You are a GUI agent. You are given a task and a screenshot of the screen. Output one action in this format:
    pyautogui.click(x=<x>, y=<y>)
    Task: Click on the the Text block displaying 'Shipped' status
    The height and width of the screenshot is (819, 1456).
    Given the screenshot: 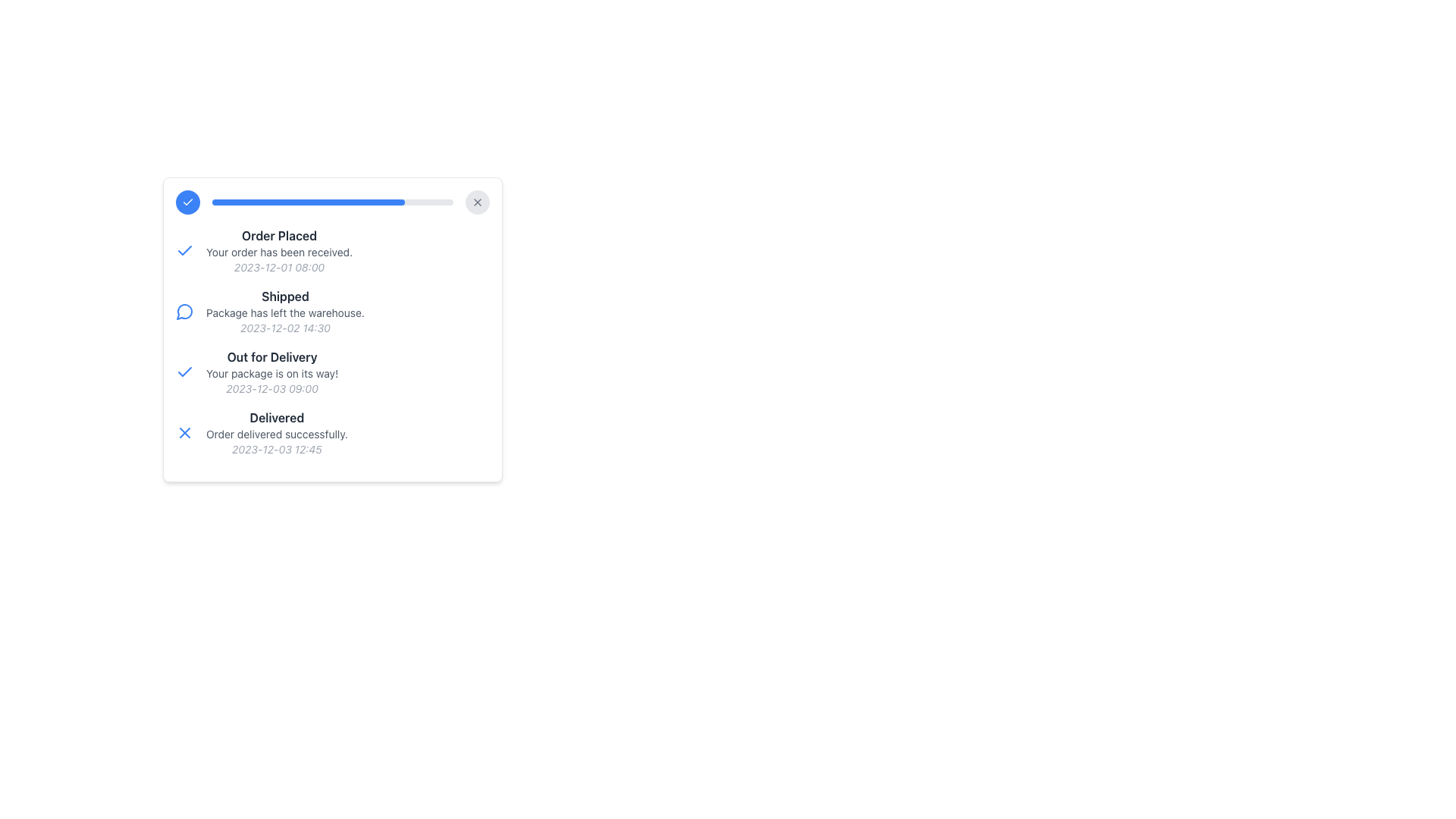 What is the action you would take?
    pyautogui.click(x=285, y=311)
    